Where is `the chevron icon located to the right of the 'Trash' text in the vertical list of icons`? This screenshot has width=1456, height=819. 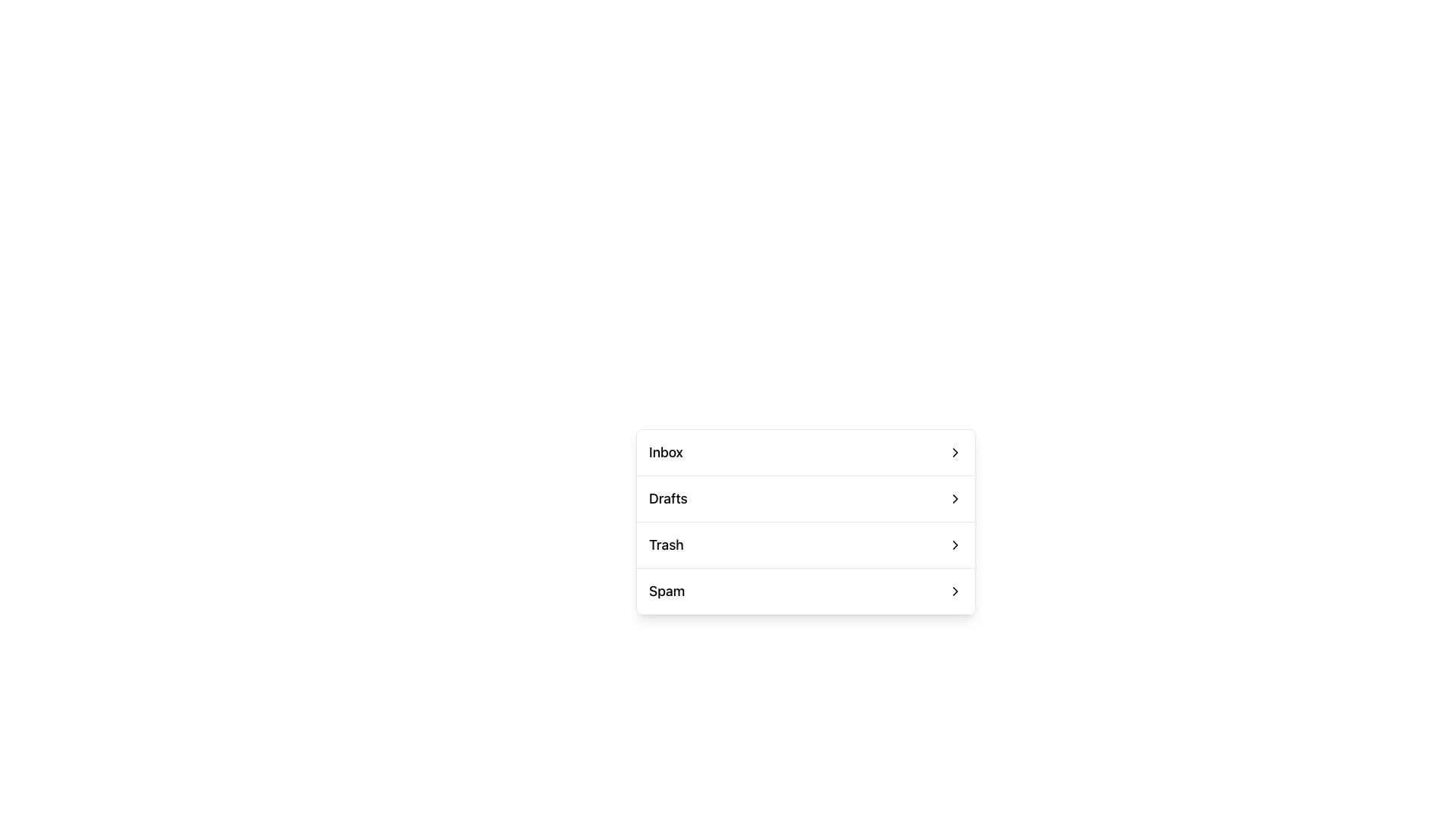 the chevron icon located to the right of the 'Trash' text in the vertical list of icons is located at coordinates (954, 544).